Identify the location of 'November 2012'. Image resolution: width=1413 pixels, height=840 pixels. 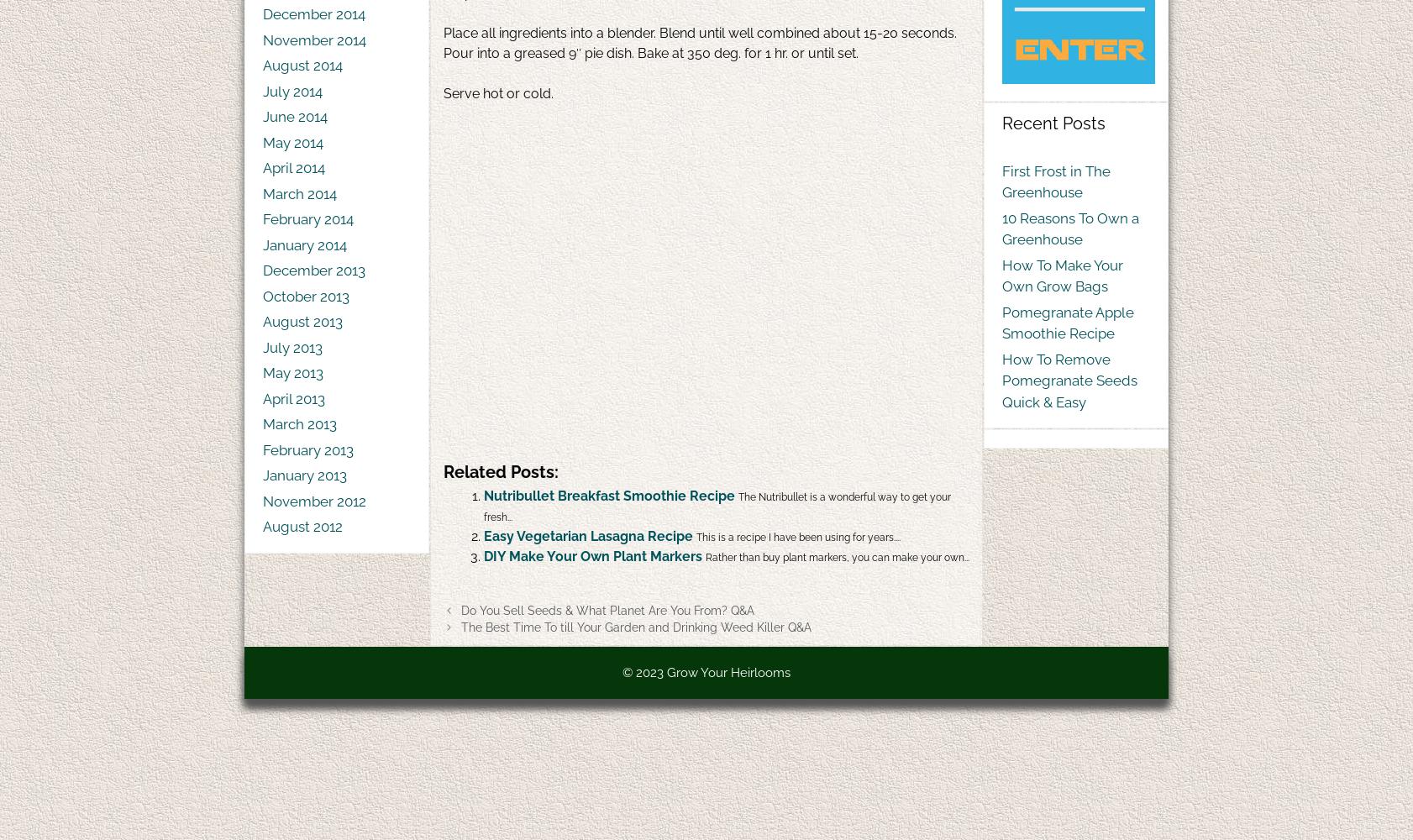
(313, 500).